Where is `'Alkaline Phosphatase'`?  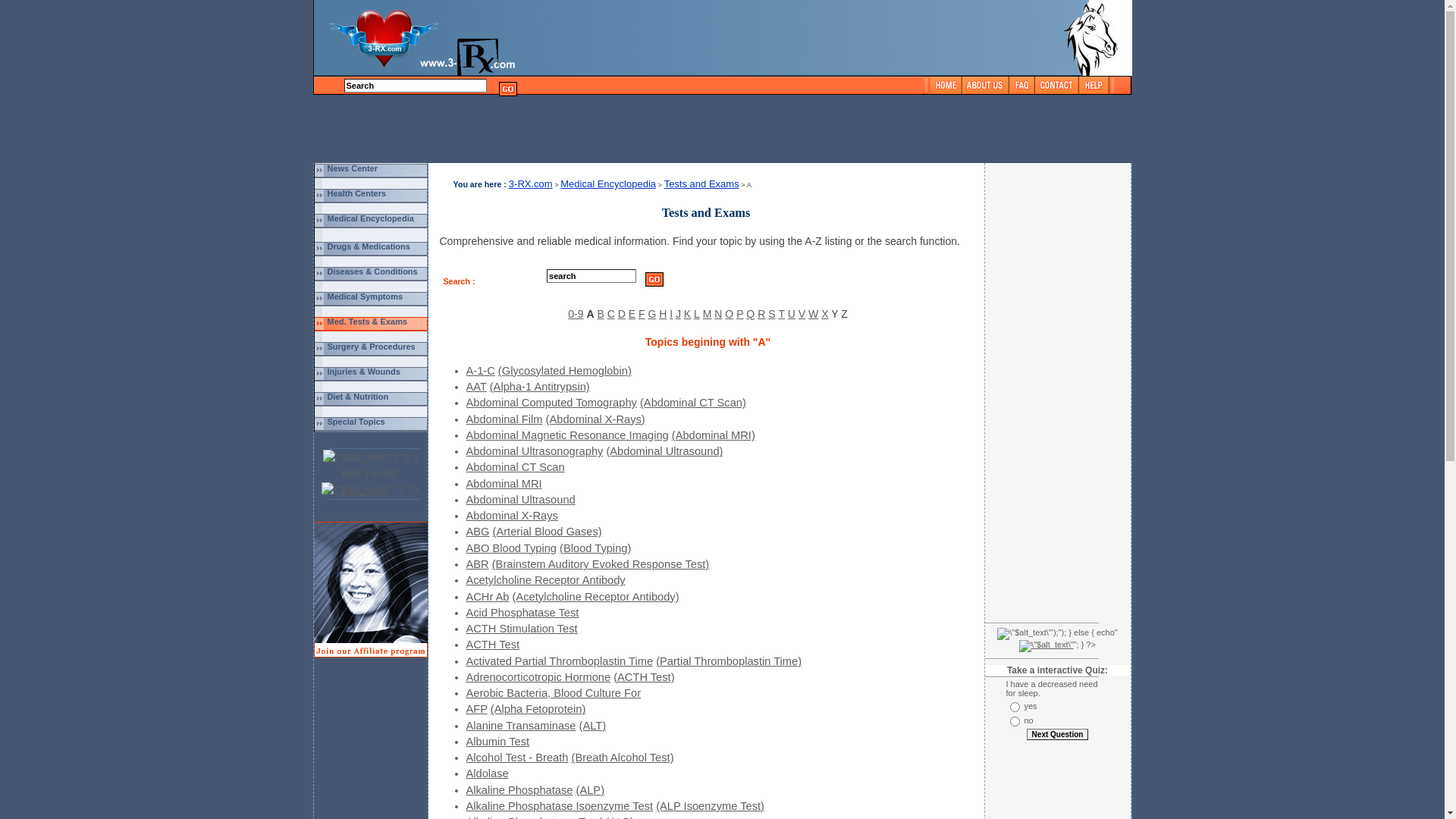 'Alkaline Phosphatase' is located at coordinates (465, 789).